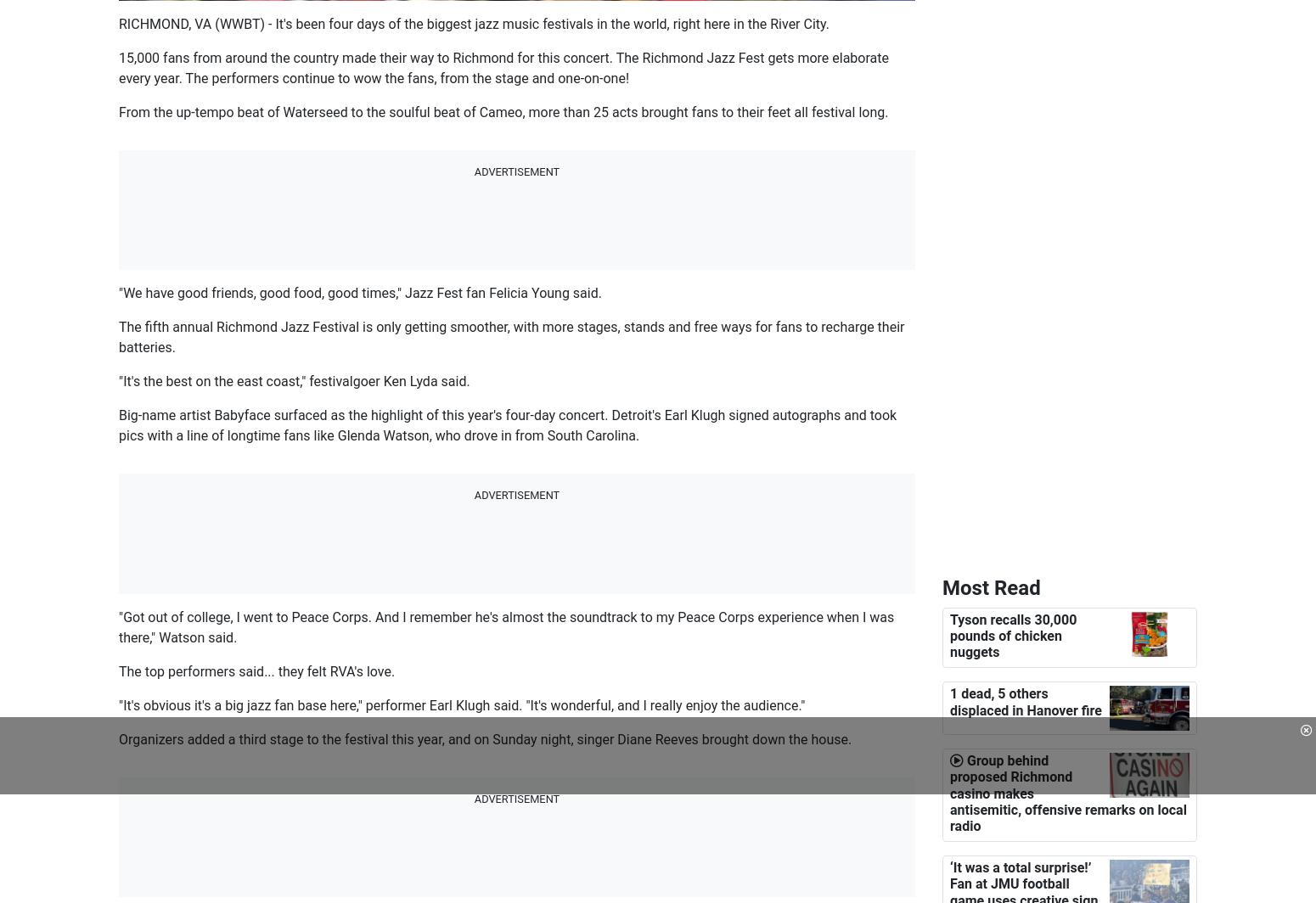 The width and height of the screenshot is (1316, 903). I want to click on '"It's the best on the east coast," festivalgoer Ken Lyda said.', so click(293, 381).